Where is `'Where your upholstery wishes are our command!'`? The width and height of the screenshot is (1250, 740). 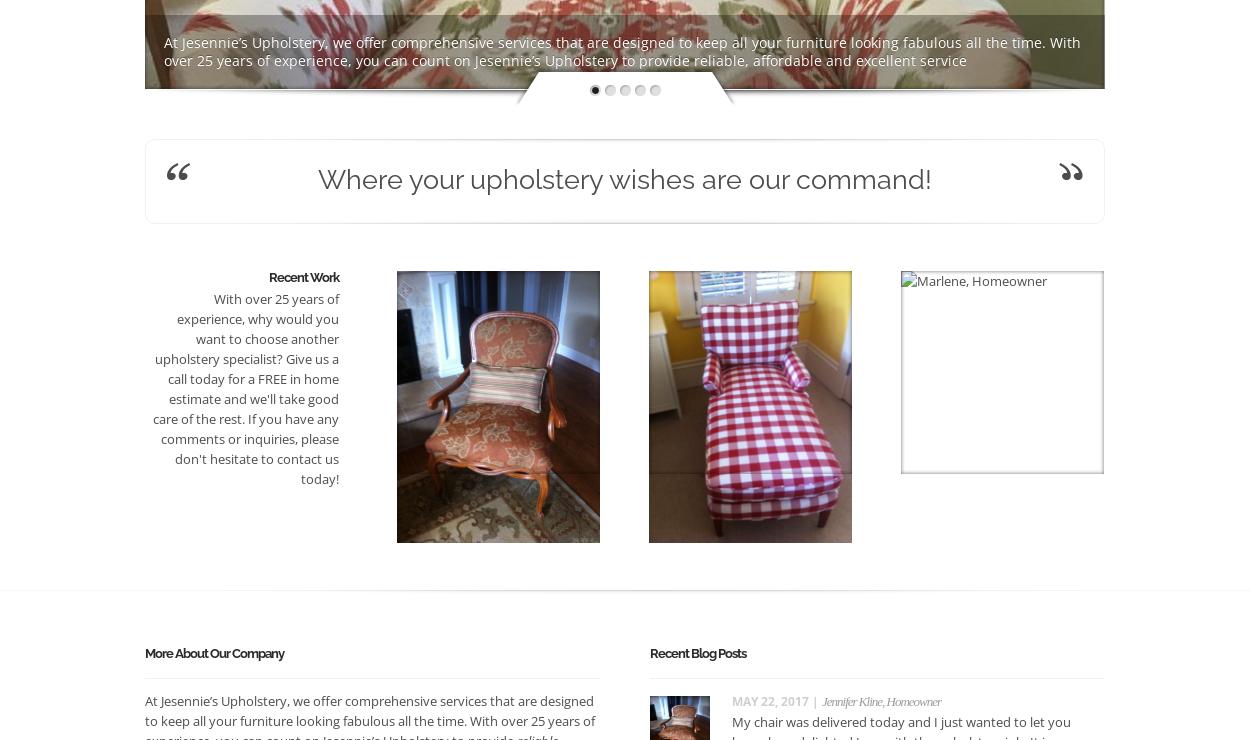 'Where your upholstery wishes are our command!' is located at coordinates (625, 179).